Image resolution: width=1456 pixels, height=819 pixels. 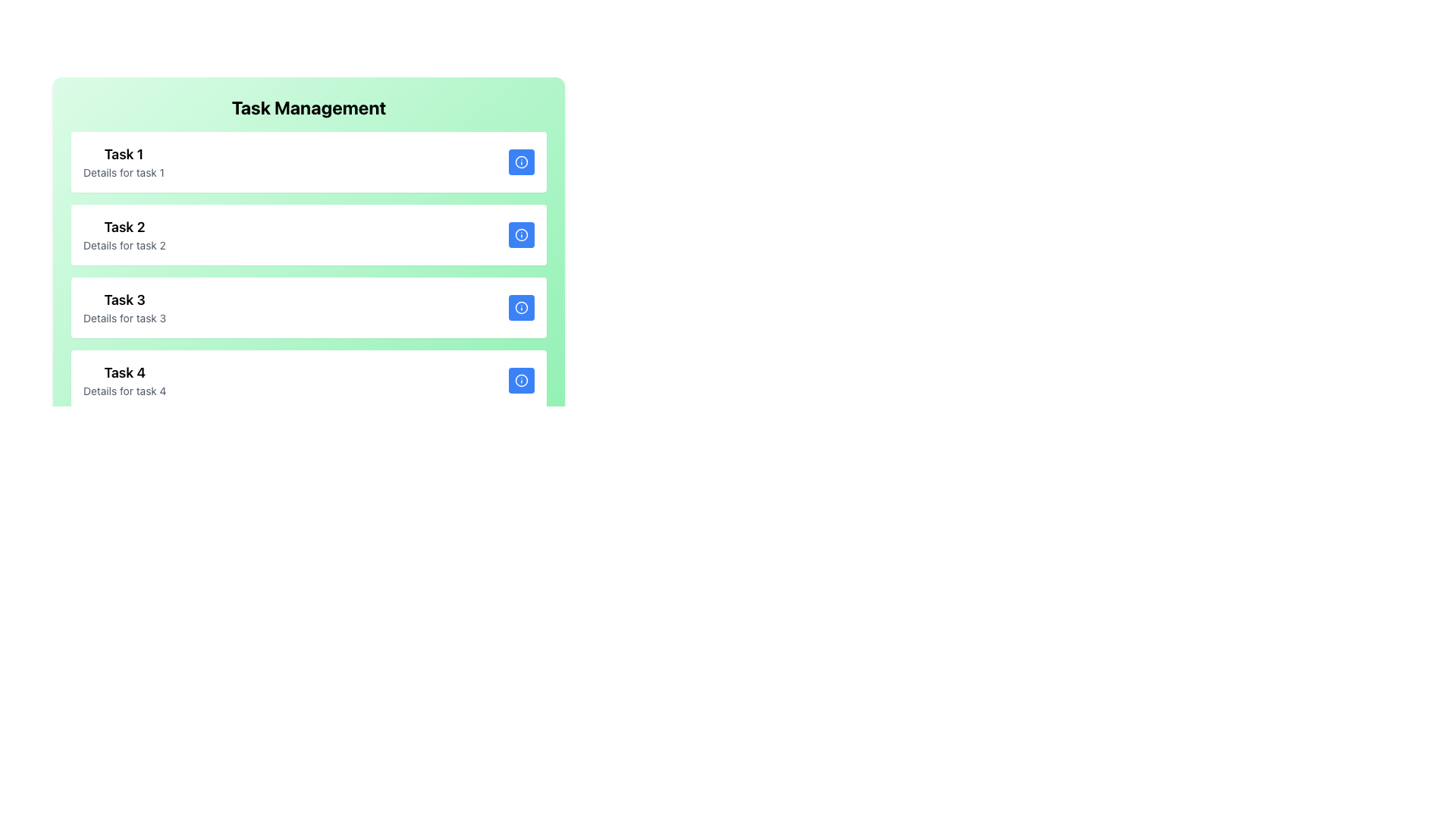 I want to click on the informational SVG icon element located in the second row of the task list, aligned to the right of 'Task 2', so click(x=521, y=234).